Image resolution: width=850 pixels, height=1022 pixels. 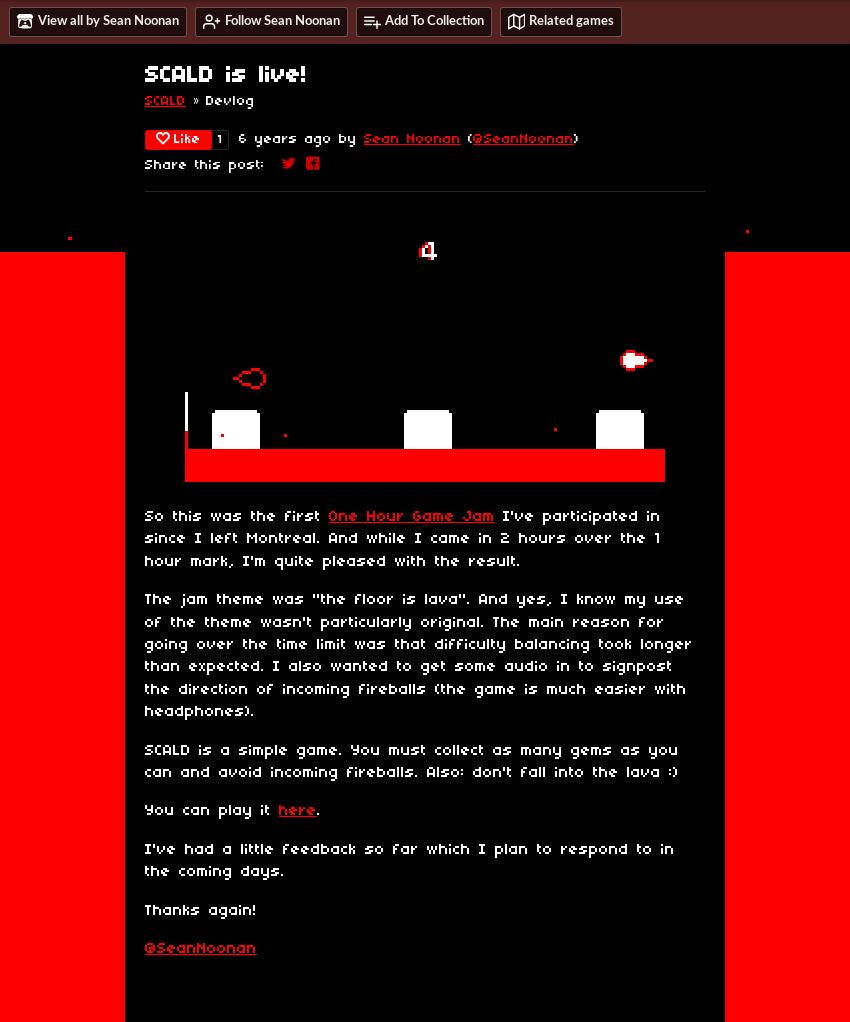 I want to click on ')', so click(x=576, y=139).